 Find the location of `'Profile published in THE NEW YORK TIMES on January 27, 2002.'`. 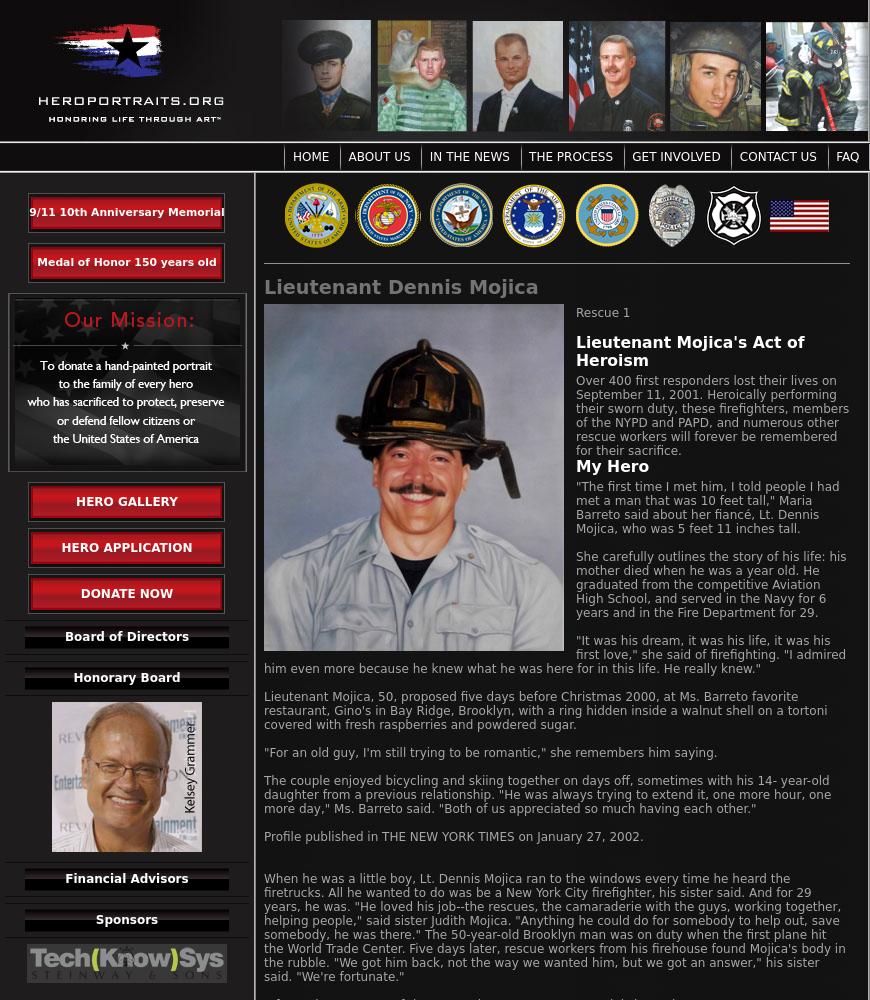

'Profile published in THE NEW YORK TIMES on January 27, 2002.' is located at coordinates (263, 835).